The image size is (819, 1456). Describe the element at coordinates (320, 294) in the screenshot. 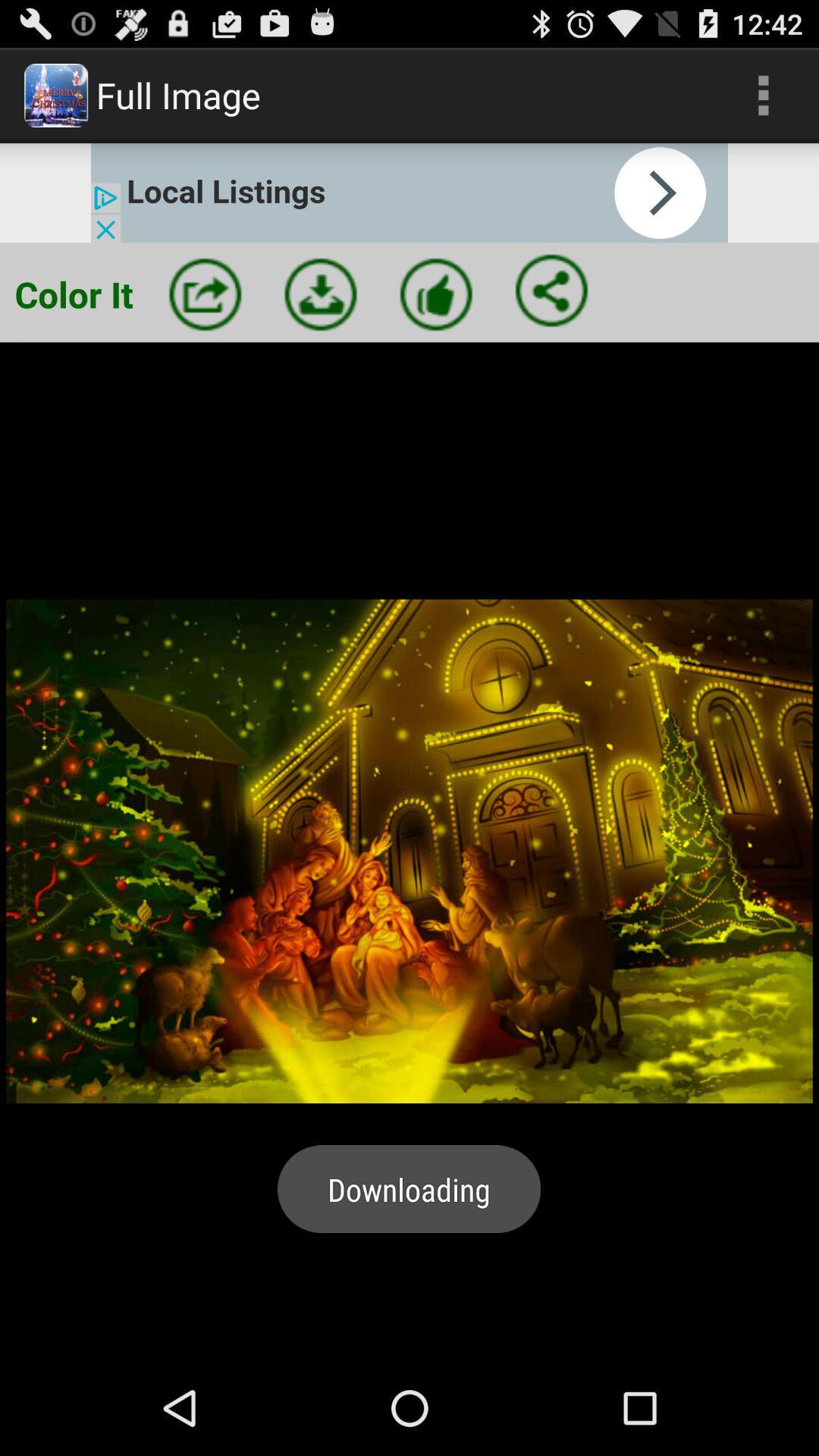

I see `hit button with down arrow` at that location.